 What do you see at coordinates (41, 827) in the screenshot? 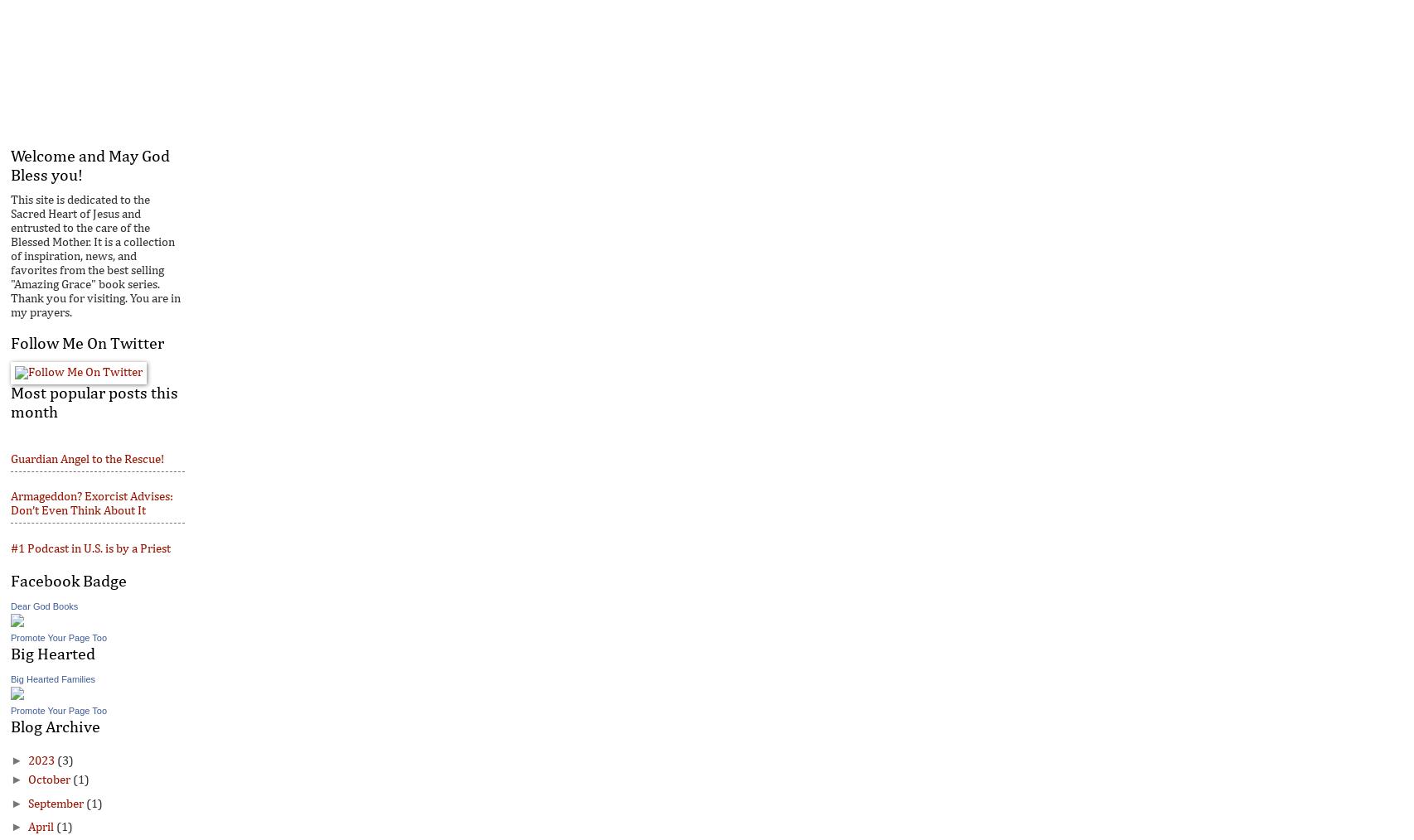
I see `'April'` at bounding box center [41, 827].